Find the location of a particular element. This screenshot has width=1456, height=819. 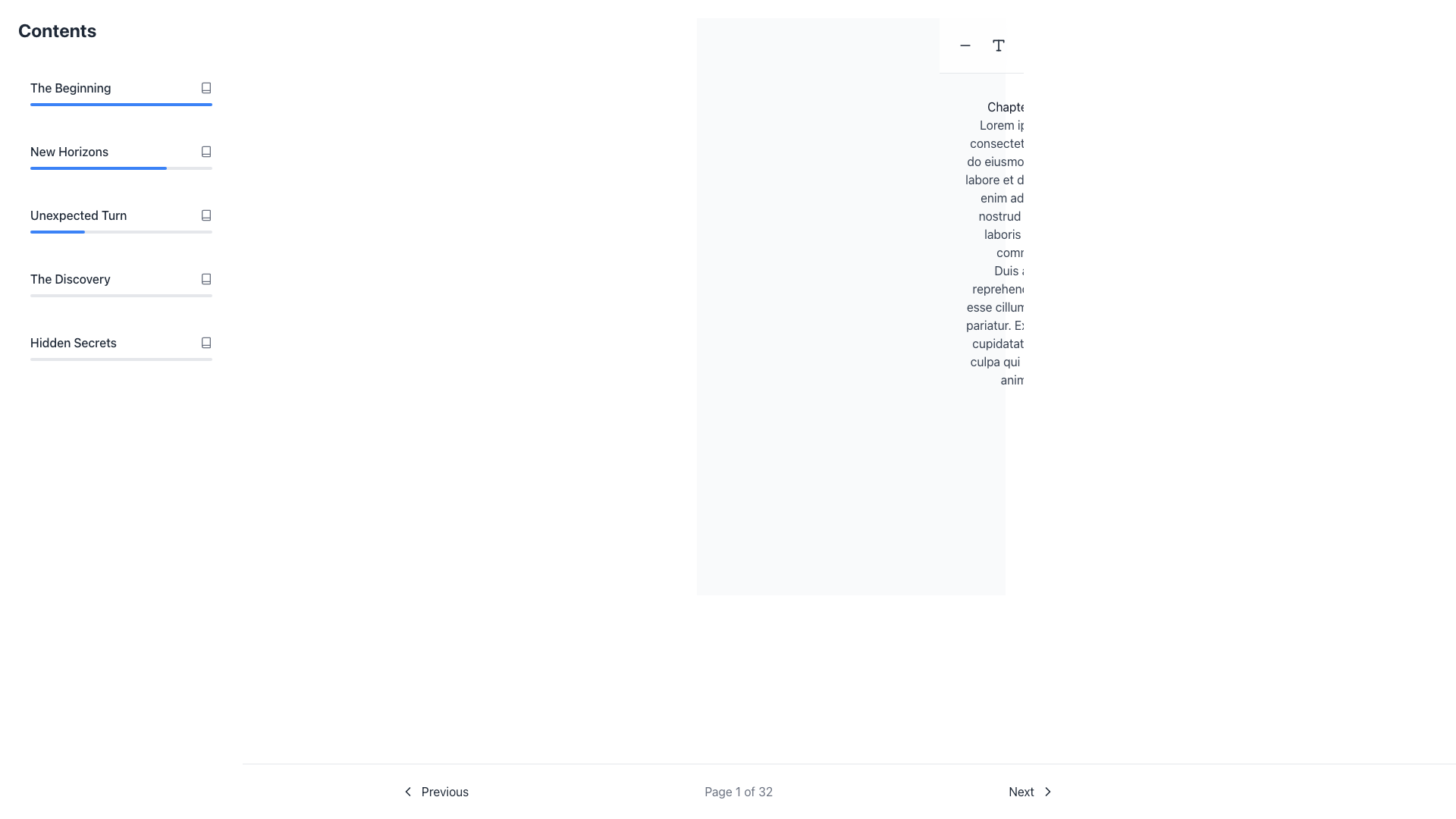

text label positioned in the left sidebar, located below 'The Beginning' and above 'Unexpected Turn' is located at coordinates (68, 152).